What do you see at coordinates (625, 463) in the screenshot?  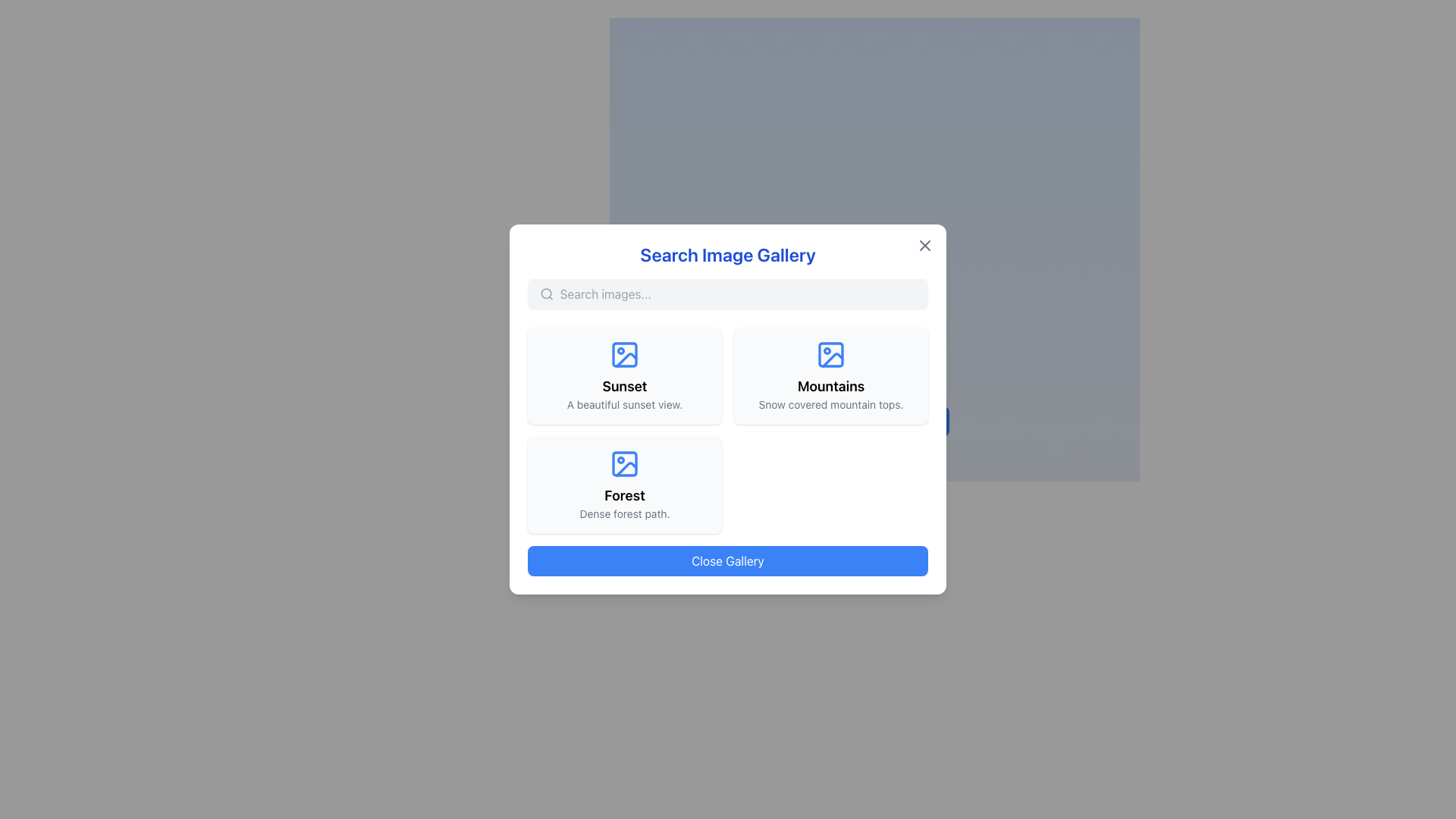 I see `the blue image symbol icon located at the upper-central part of the 'Forest' panel` at bounding box center [625, 463].